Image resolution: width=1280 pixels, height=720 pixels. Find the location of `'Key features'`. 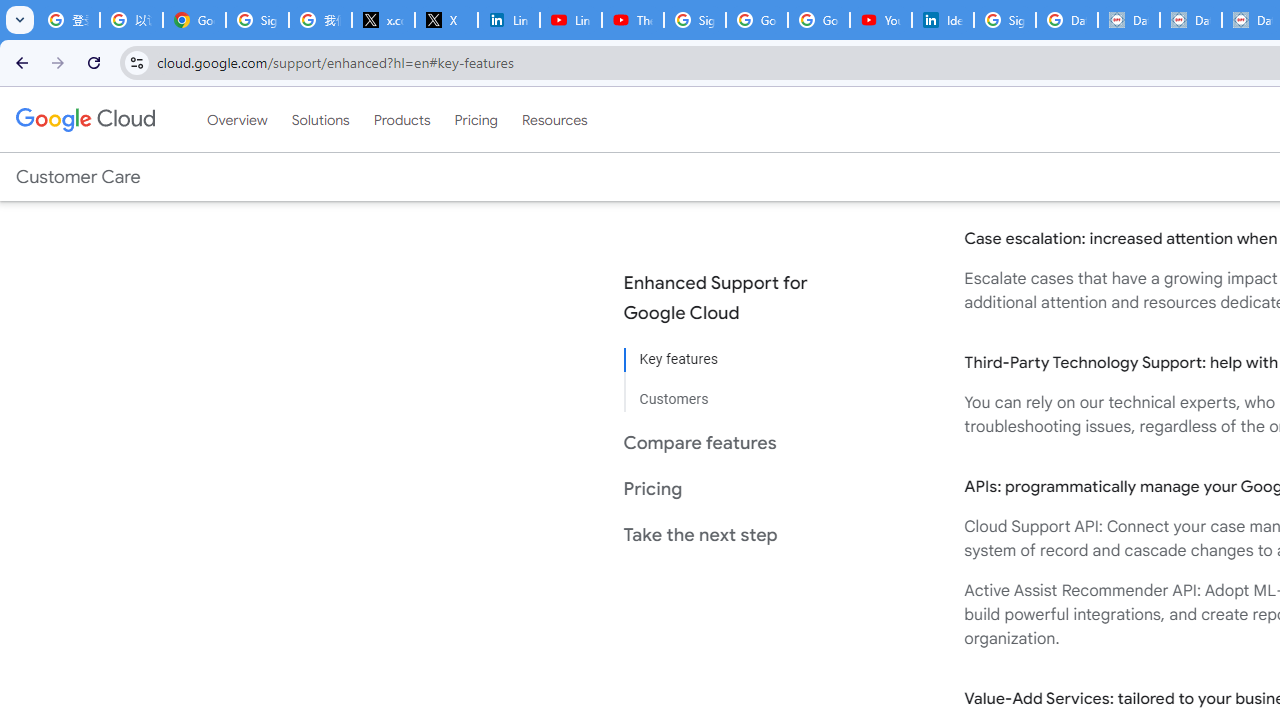

'Key features' is located at coordinates (731, 360).